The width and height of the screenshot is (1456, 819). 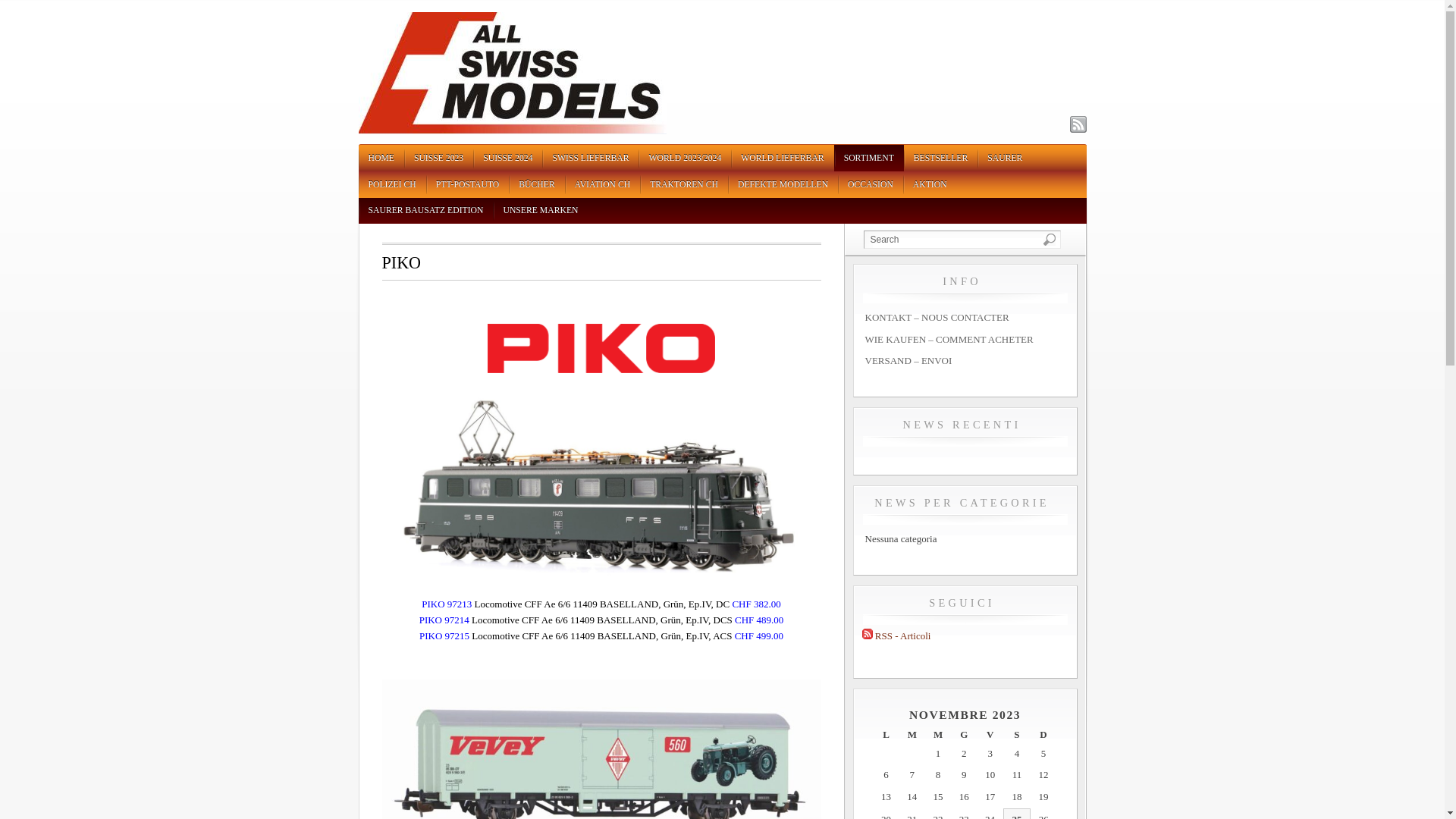 What do you see at coordinates (782, 158) in the screenshot?
I see `'WORLD LIEFERBAR'` at bounding box center [782, 158].